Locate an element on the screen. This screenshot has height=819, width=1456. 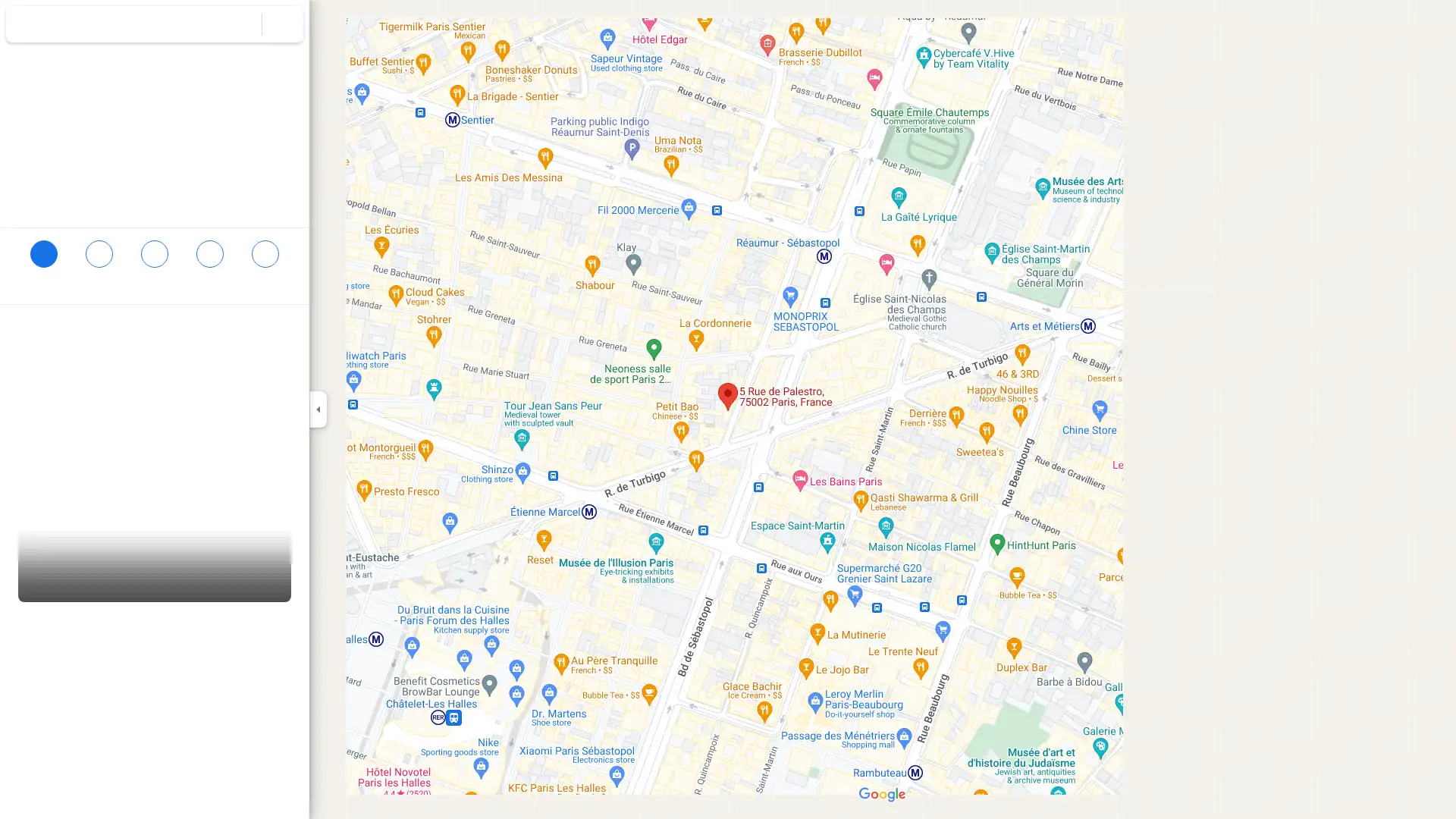
Save 5 Rue de Palestro in your lists is located at coordinates (98, 259).